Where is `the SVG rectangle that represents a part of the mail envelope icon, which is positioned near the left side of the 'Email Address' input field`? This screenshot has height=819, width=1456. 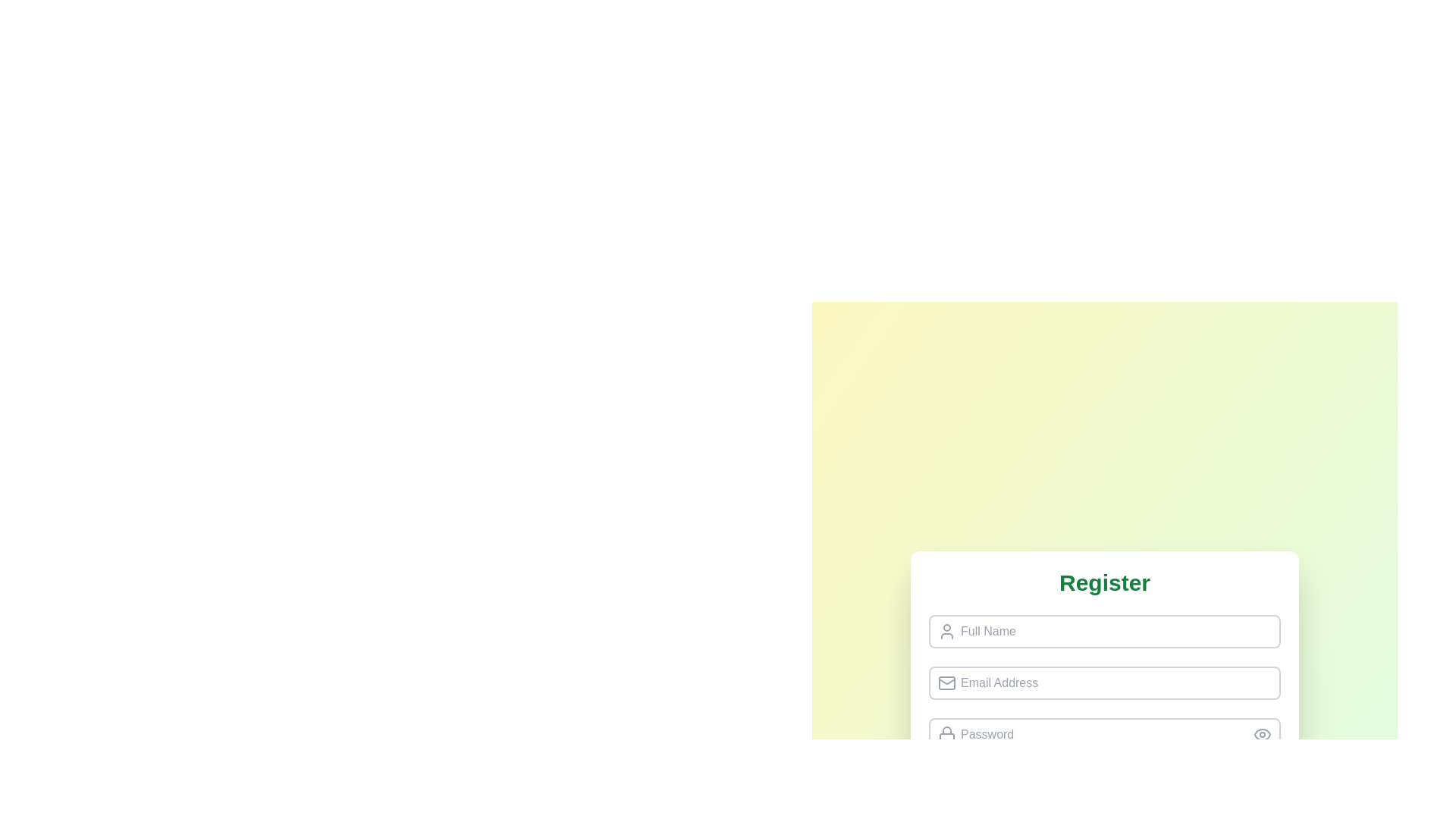
the SVG rectangle that represents a part of the mail envelope icon, which is positioned near the left side of the 'Email Address' input field is located at coordinates (946, 683).